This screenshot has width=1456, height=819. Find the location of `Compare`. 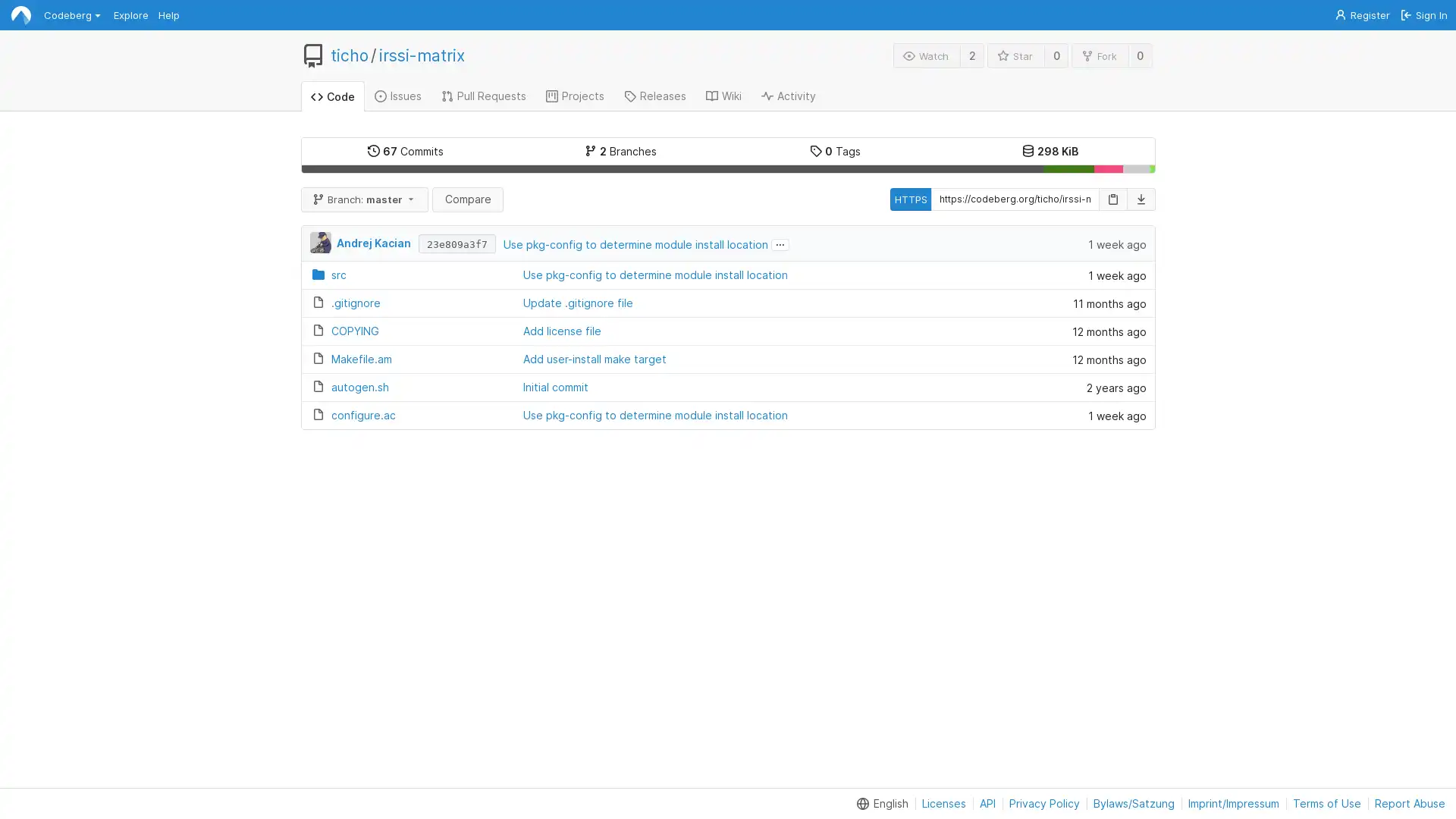

Compare is located at coordinates (466, 198).